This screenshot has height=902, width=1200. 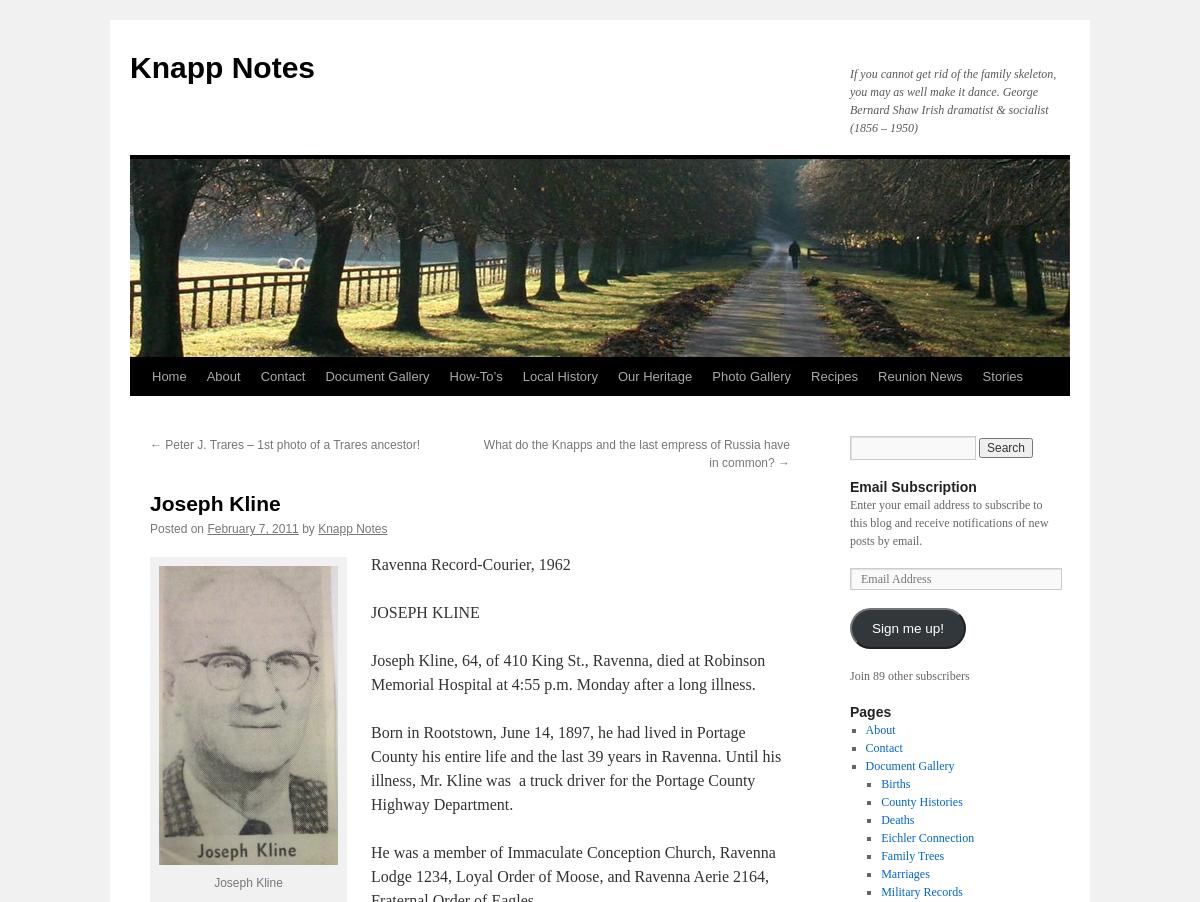 What do you see at coordinates (921, 891) in the screenshot?
I see `'Military Records'` at bounding box center [921, 891].